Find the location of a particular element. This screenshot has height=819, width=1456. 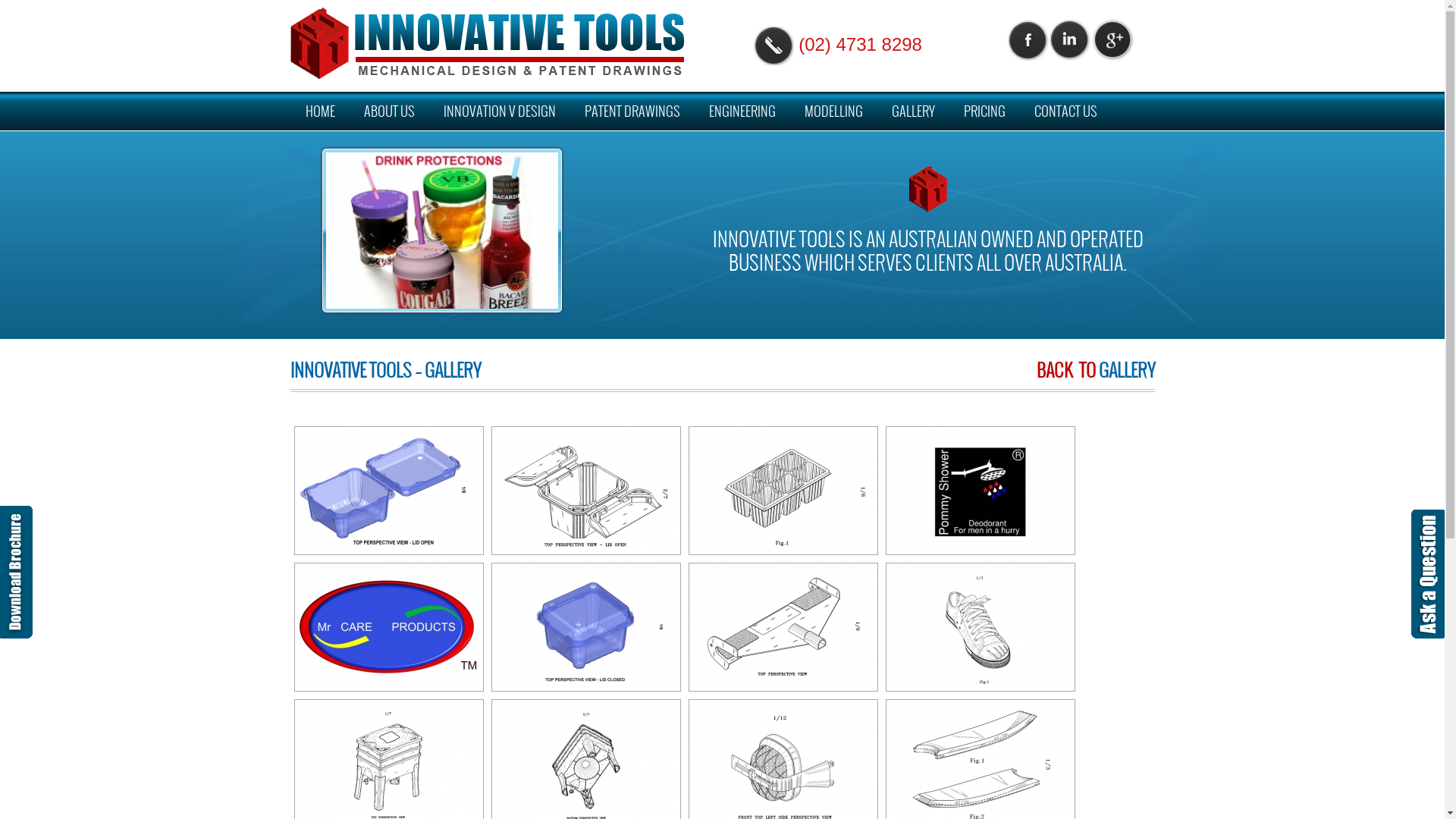

'HOME' is located at coordinates (291, 110).